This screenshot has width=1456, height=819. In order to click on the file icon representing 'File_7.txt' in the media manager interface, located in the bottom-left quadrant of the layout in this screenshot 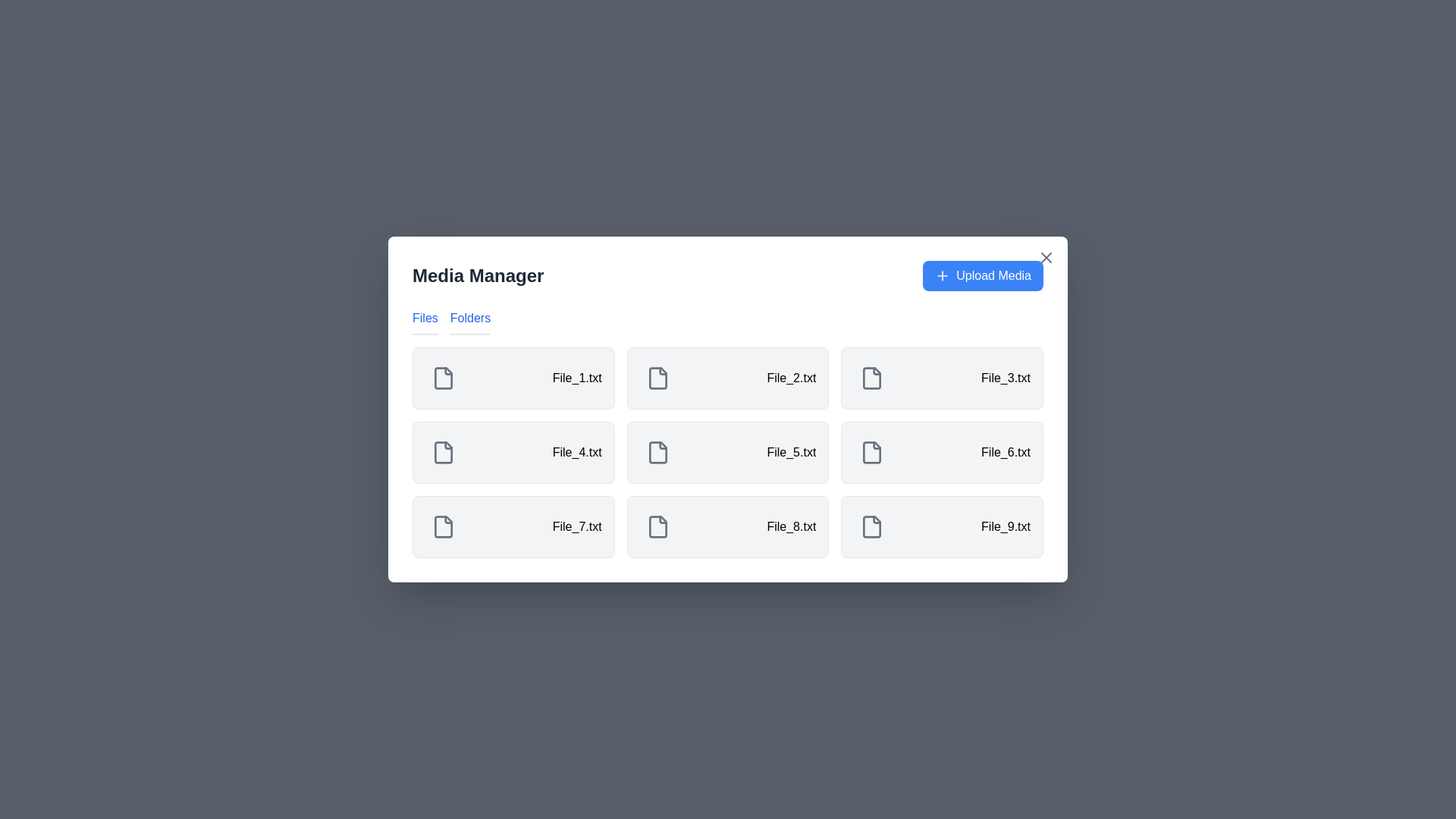, I will do `click(443, 526)`.